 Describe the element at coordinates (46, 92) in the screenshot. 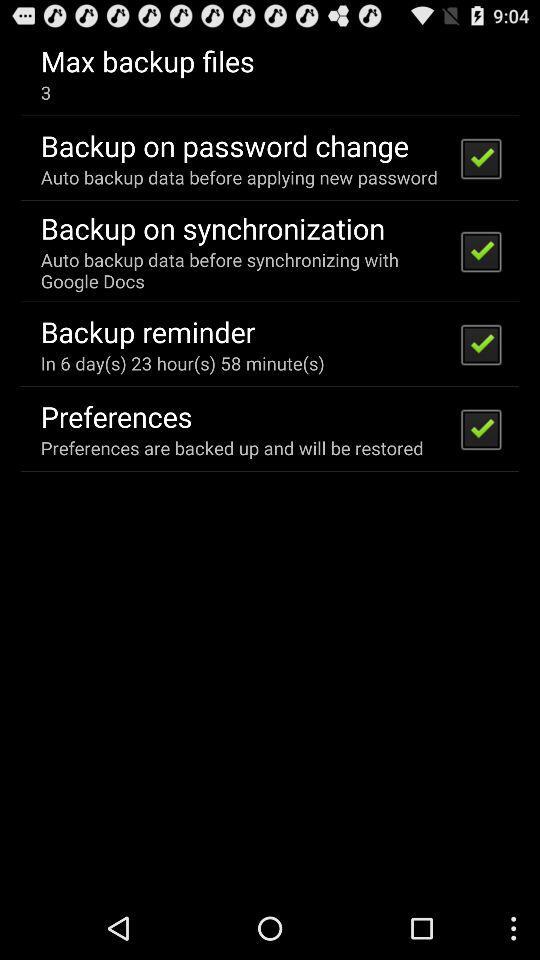

I see `3` at that location.